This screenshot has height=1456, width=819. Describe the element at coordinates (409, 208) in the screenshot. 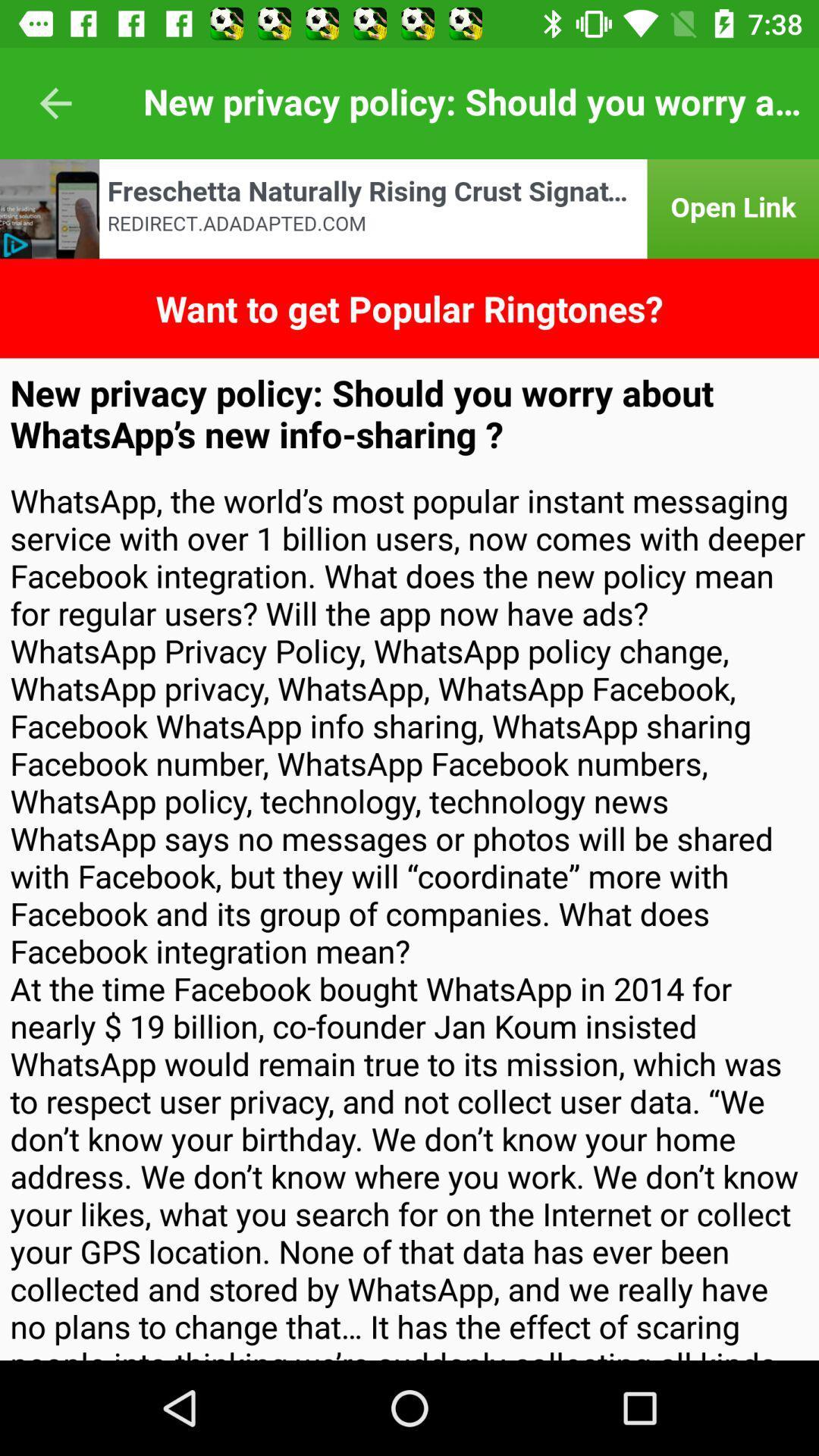

I see `open link` at that location.